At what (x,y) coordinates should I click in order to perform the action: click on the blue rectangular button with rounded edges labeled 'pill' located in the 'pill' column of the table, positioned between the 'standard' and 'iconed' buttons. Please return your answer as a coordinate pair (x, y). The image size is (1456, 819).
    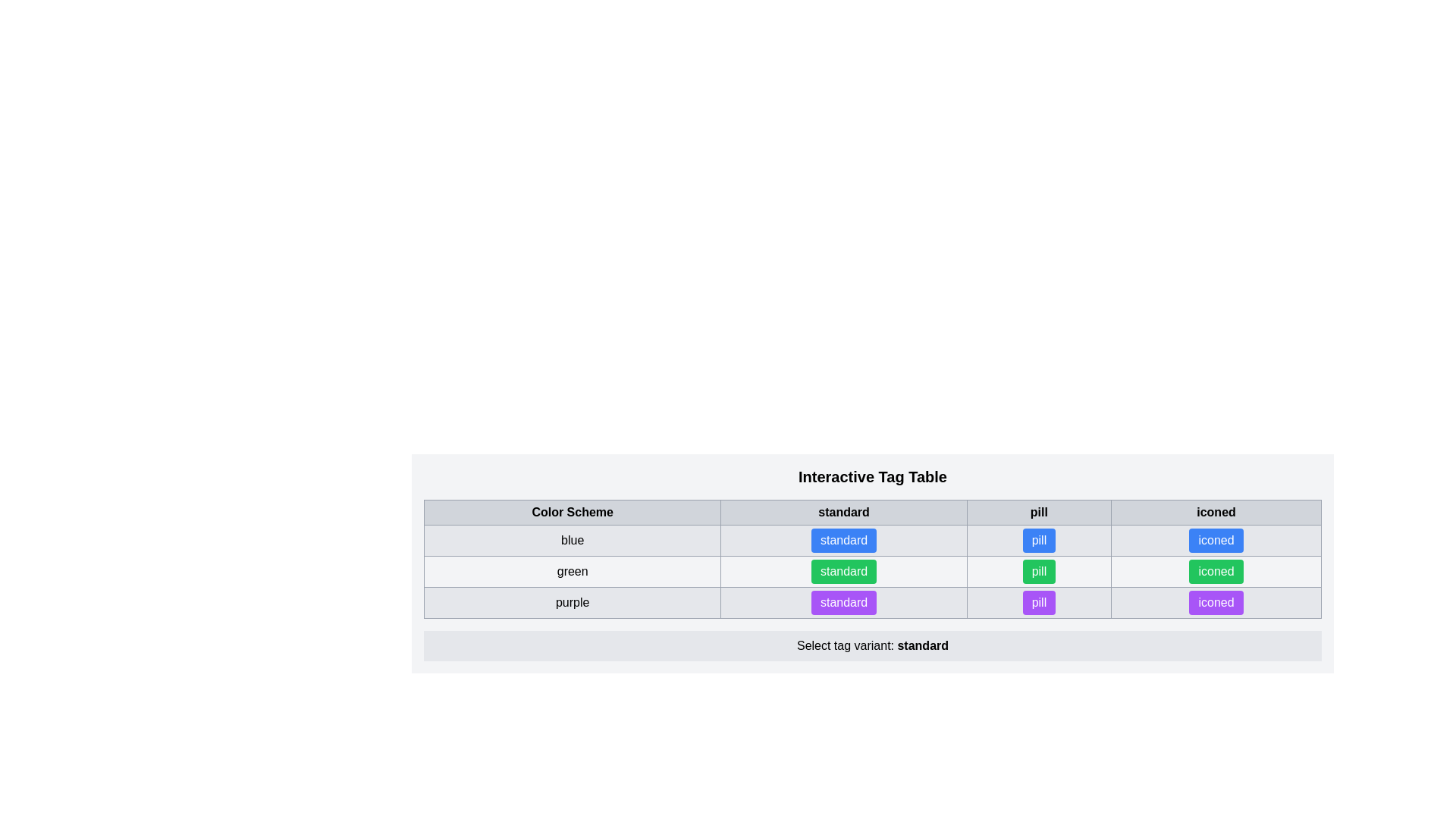
    Looking at the image, I should click on (1038, 540).